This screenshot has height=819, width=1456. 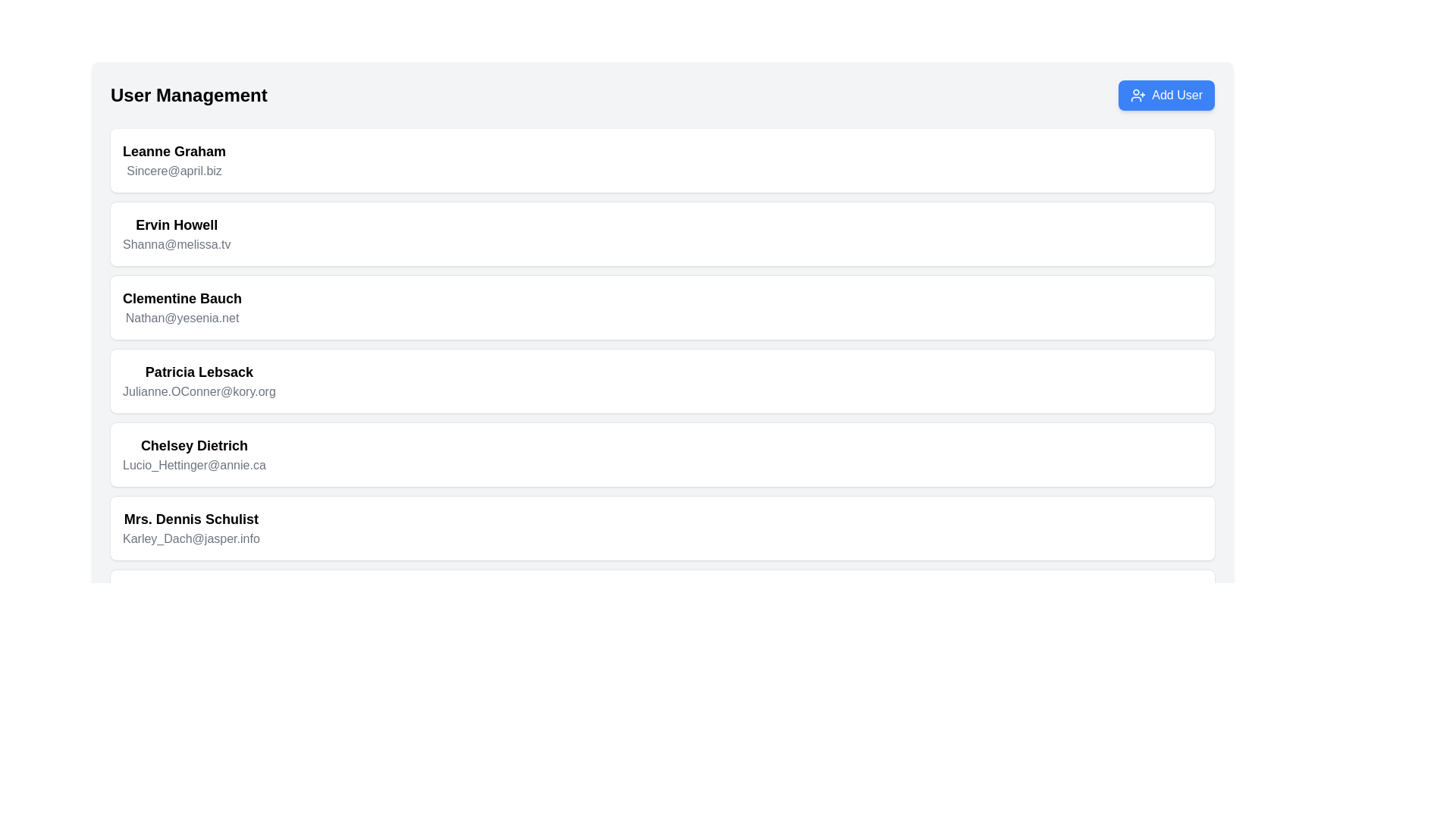 I want to click on the user avatar icon with a plus sign next to it, which is located inside the blue rounded button labeled 'Add User' in the top-right corner of the interface, so click(x=1138, y=96).